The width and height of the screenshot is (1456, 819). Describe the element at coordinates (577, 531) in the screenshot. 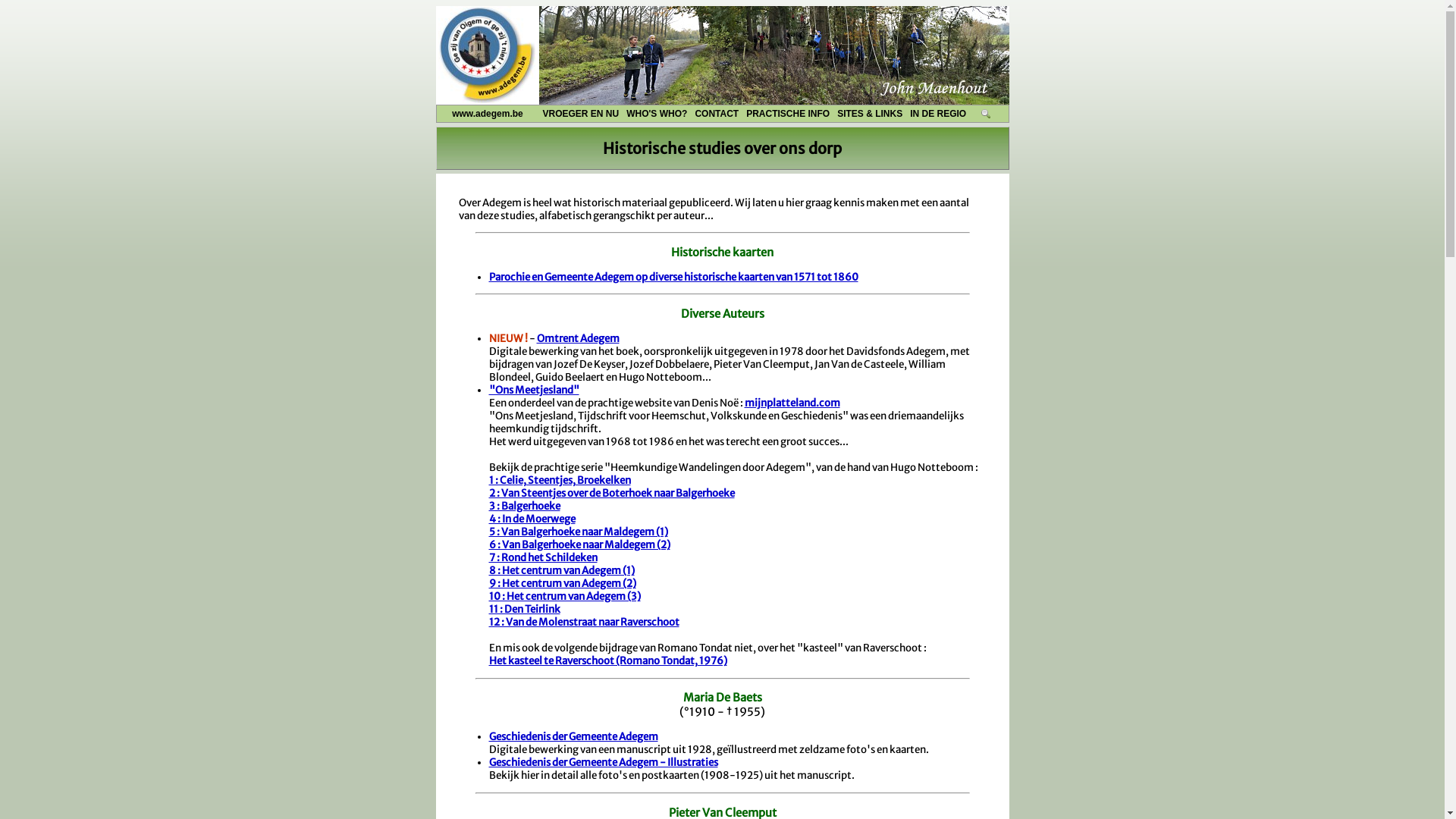

I see `'5 : Van Balgerhoeke naar Maldegem (1)'` at that location.